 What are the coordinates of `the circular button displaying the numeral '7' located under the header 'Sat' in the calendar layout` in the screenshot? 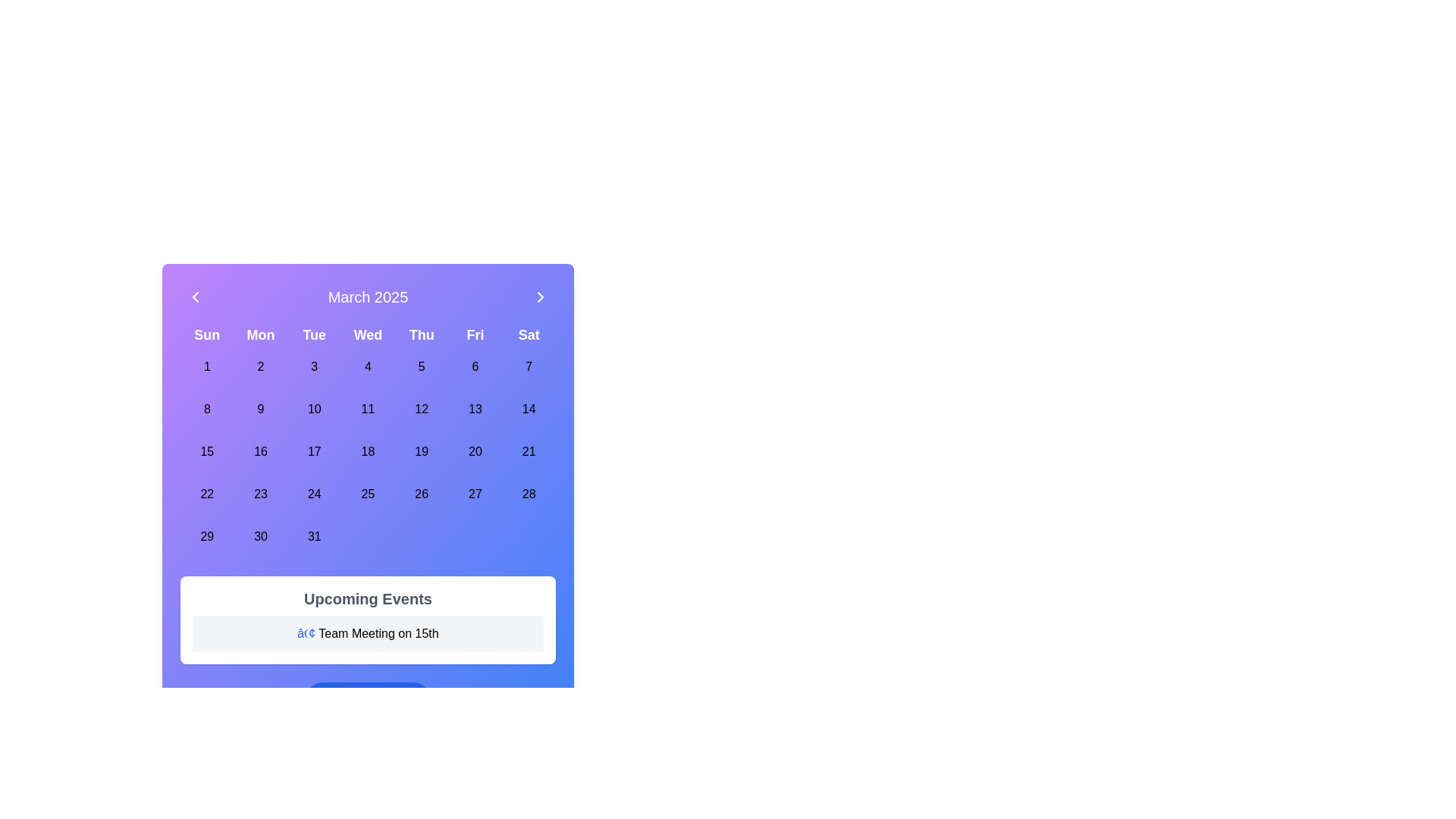 It's located at (529, 366).